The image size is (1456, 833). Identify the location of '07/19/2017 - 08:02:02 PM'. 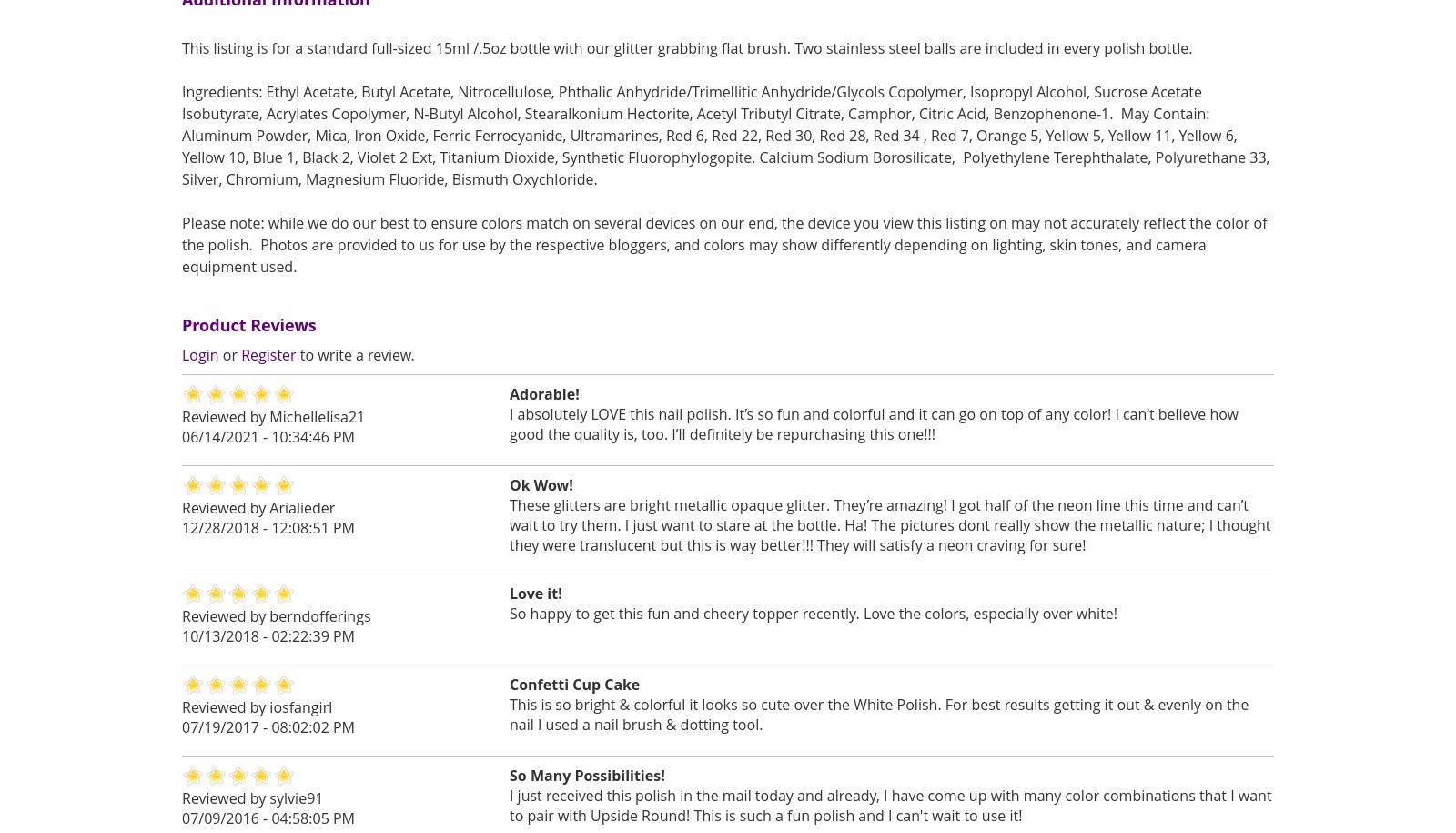
(268, 725).